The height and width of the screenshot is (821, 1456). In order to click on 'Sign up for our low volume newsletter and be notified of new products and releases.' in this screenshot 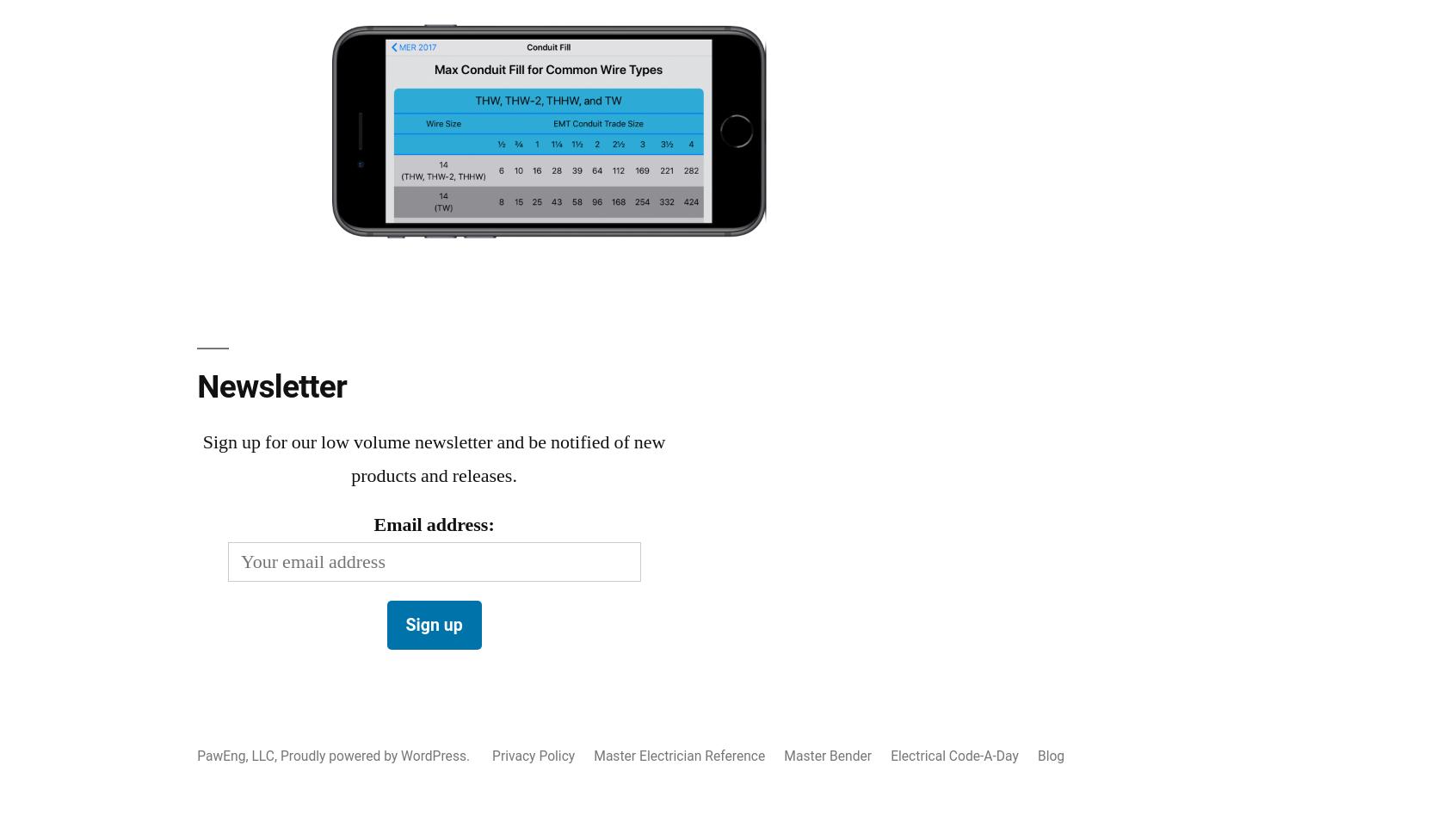, I will do `click(202, 457)`.